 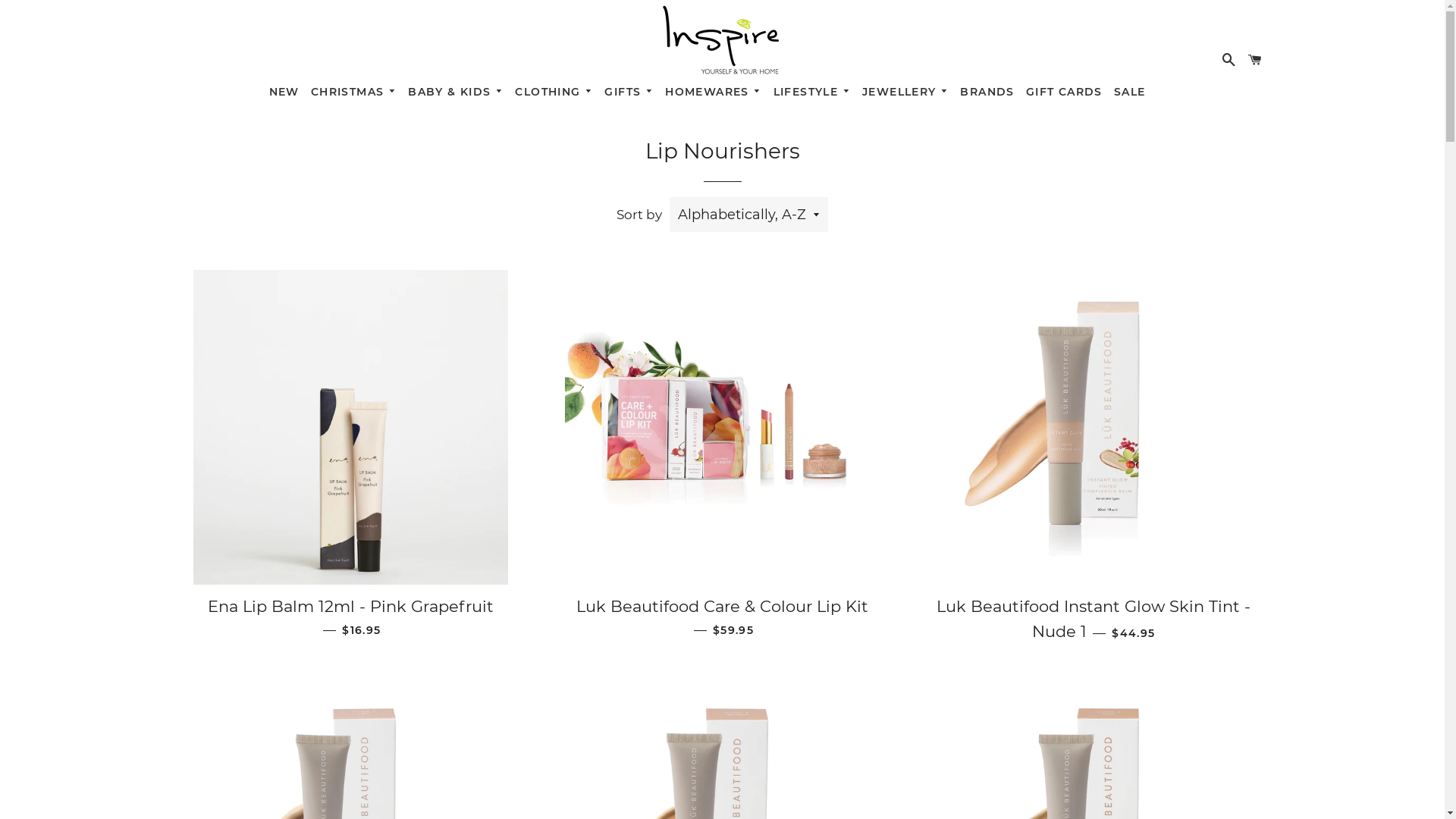 What do you see at coordinates (304, 89) in the screenshot?
I see `'CHRISTMAS'` at bounding box center [304, 89].